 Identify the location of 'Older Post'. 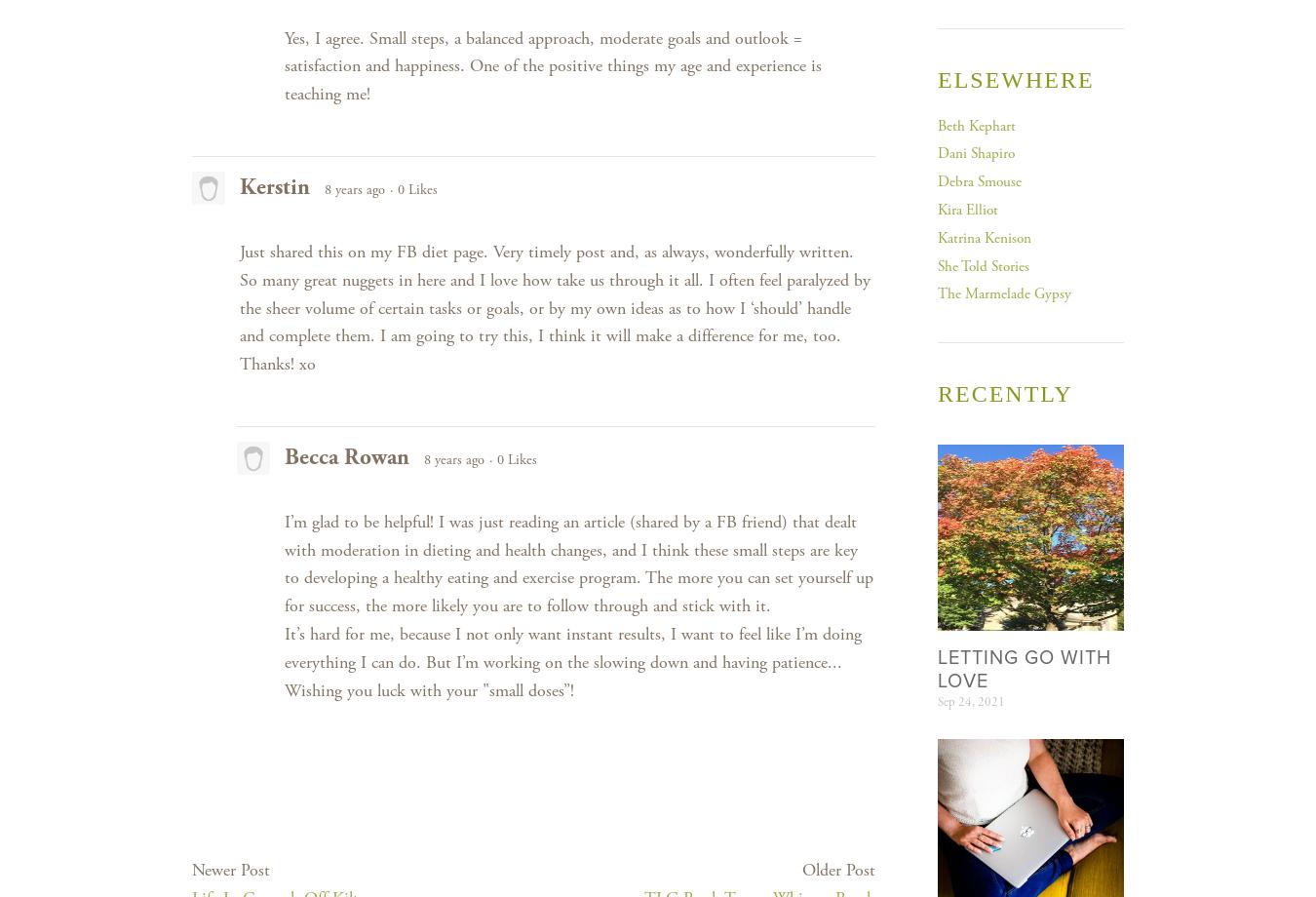
(838, 869).